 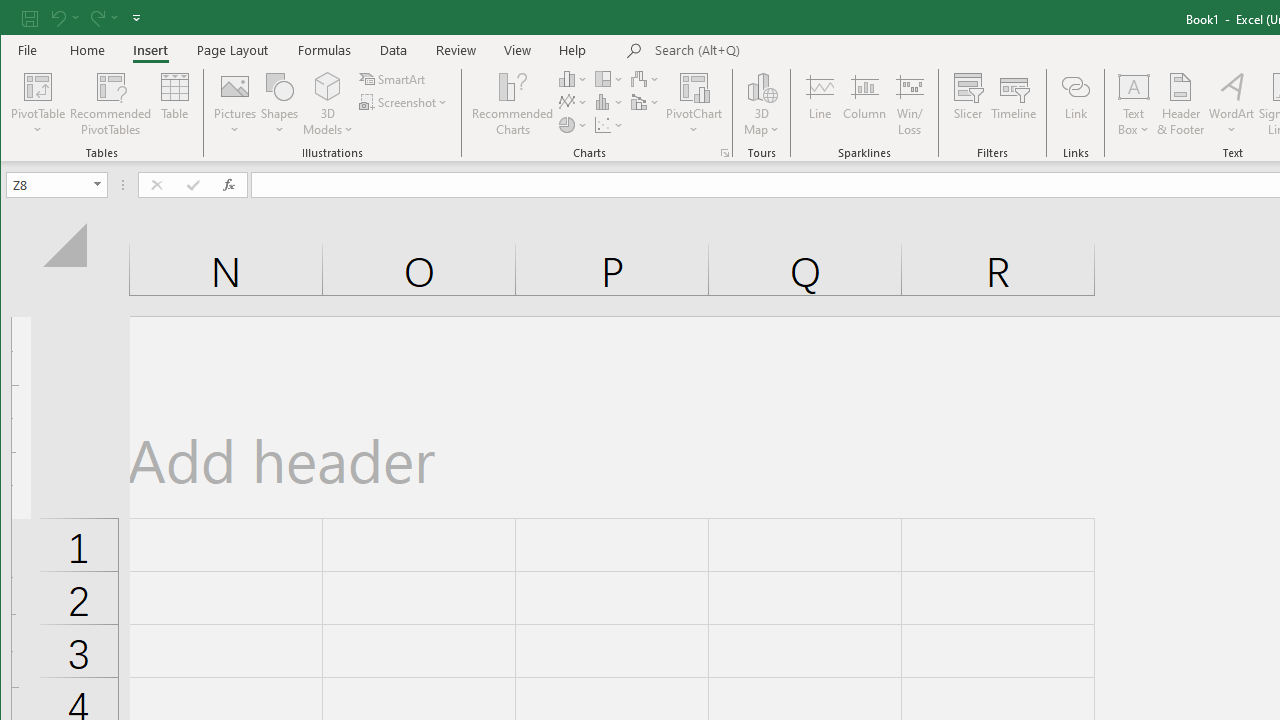 What do you see at coordinates (38, 104) in the screenshot?
I see `'PivotTable'` at bounding box center [38, 104].